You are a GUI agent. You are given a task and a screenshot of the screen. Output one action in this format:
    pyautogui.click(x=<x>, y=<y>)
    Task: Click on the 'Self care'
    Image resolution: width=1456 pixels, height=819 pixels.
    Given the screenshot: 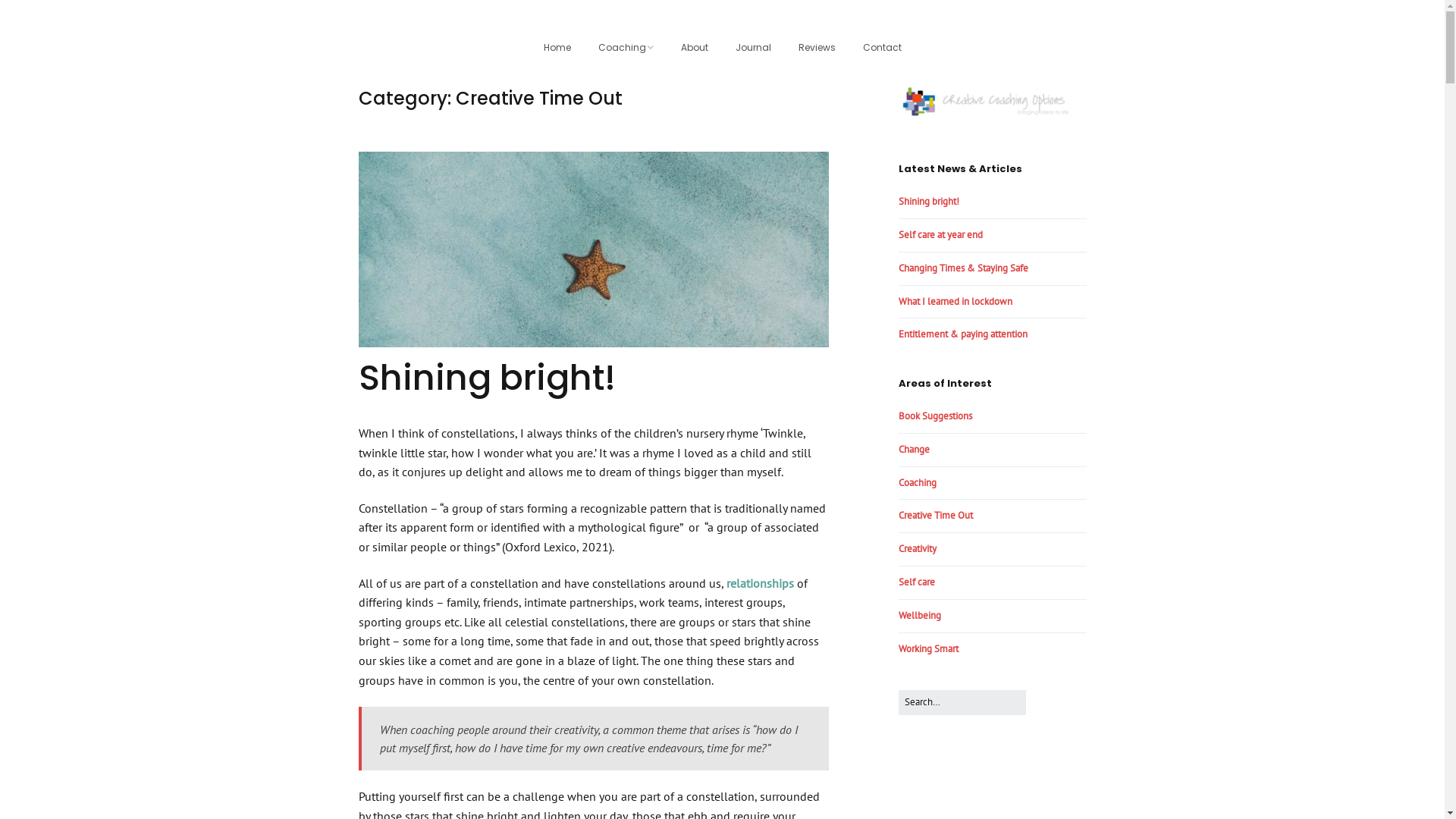 What is the action you would take?
    pyautogui.click(x=915, y=581)
    